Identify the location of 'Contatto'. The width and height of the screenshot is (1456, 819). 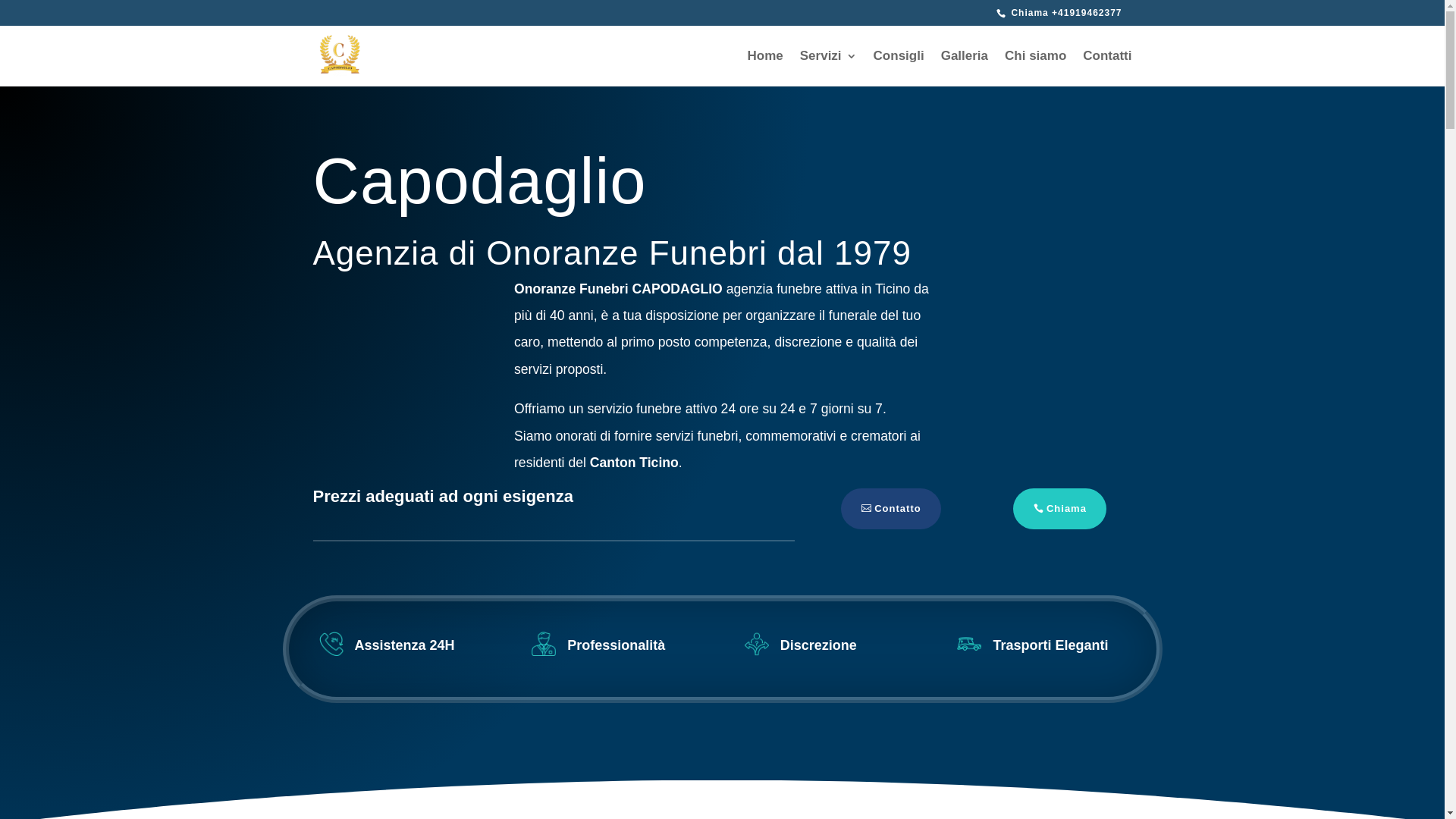
(890, 509).